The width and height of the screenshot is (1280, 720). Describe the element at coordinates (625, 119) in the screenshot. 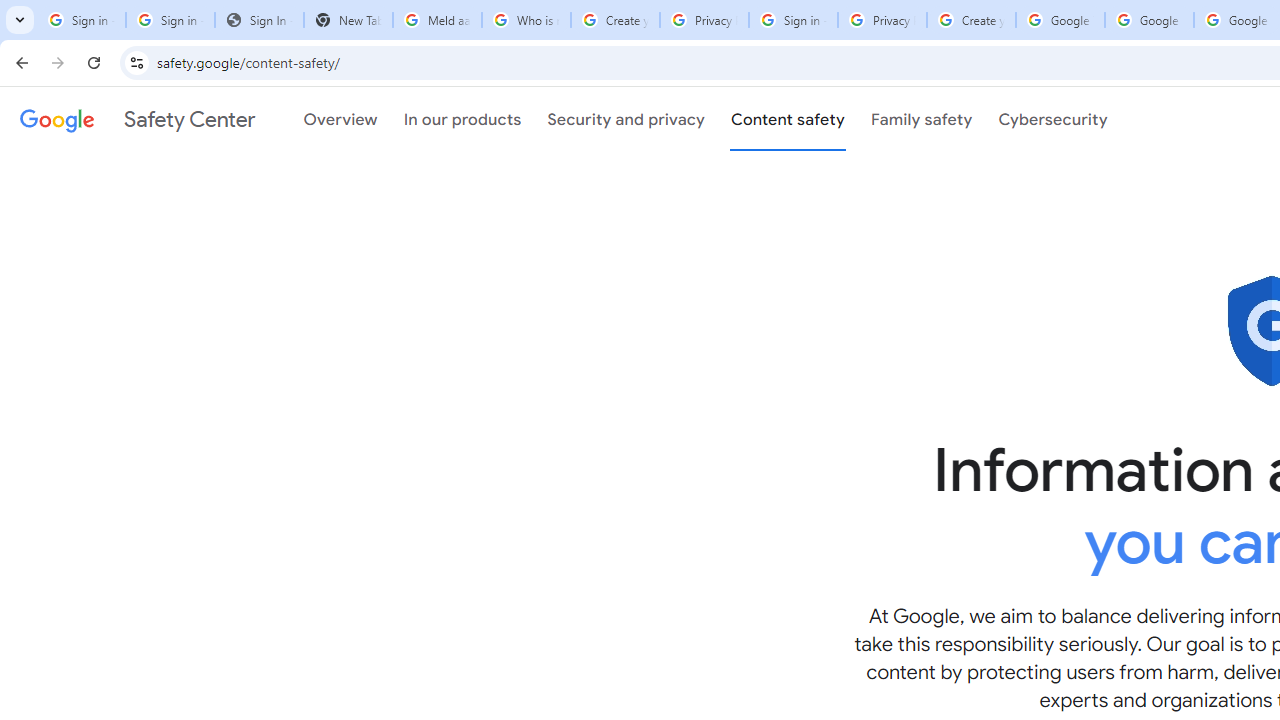

I see `'Security and privacy'` at that location.